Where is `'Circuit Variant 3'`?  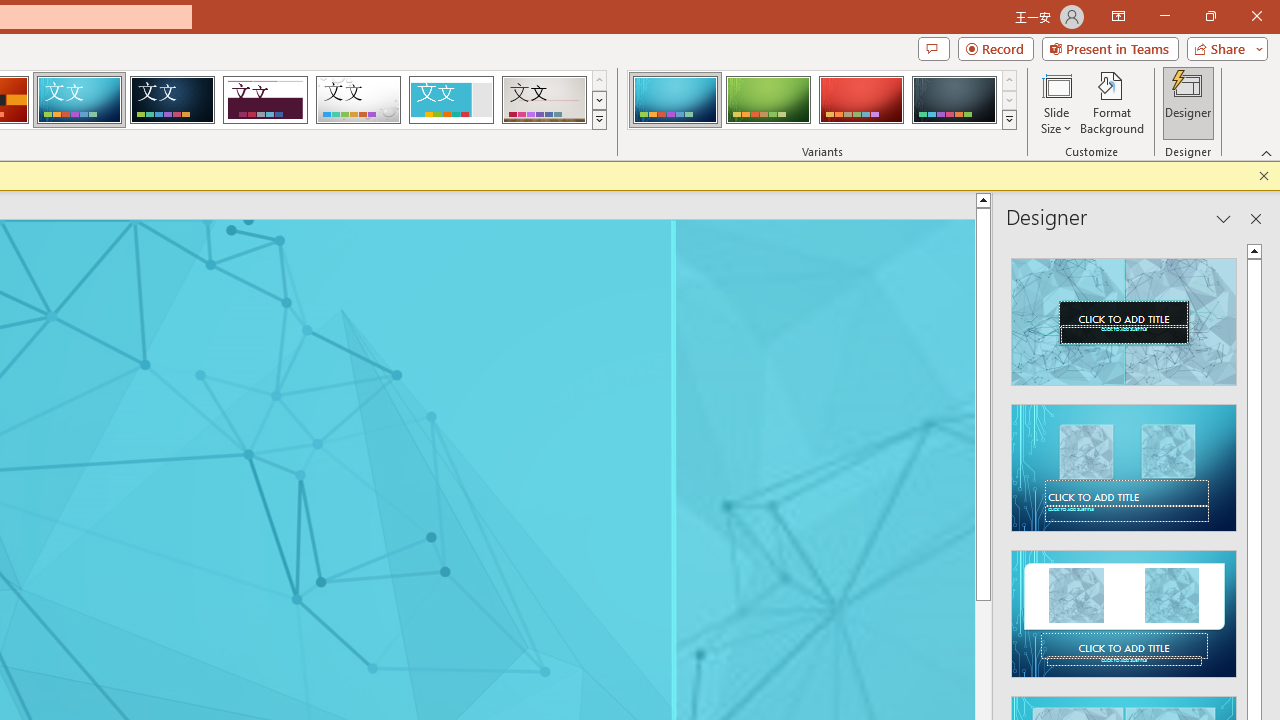
'Circuit Variant 3' is located at coordinates (861, 100).